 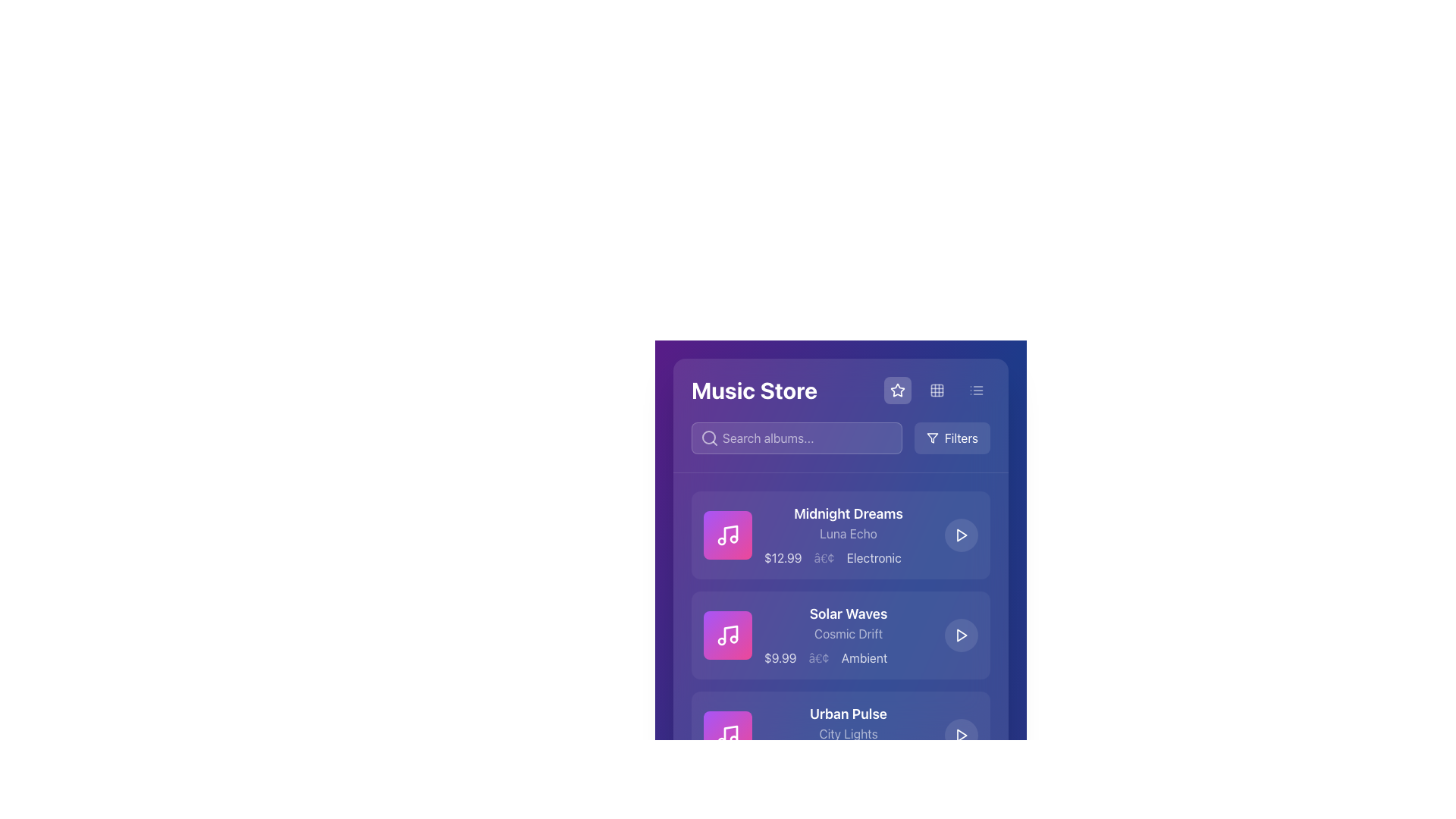 I want to click on the genre tag or category label for the 'Solar Waves' album, which is positioned beneath the album entry to the right of the '$9.99' price text, so click(x=864, y=657).